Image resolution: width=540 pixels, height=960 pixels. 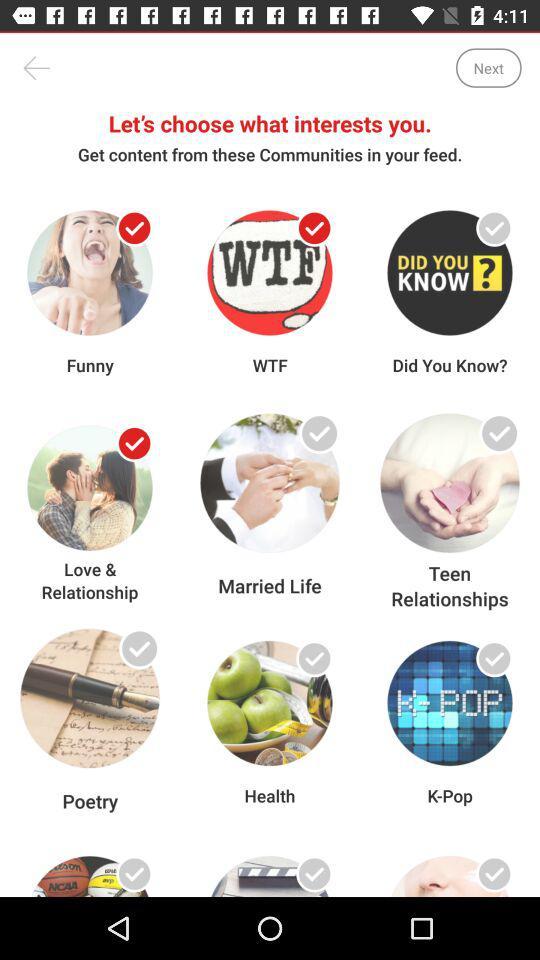 I want to click on choose the content you wan na see in the feed, so click(x=314, y=228).